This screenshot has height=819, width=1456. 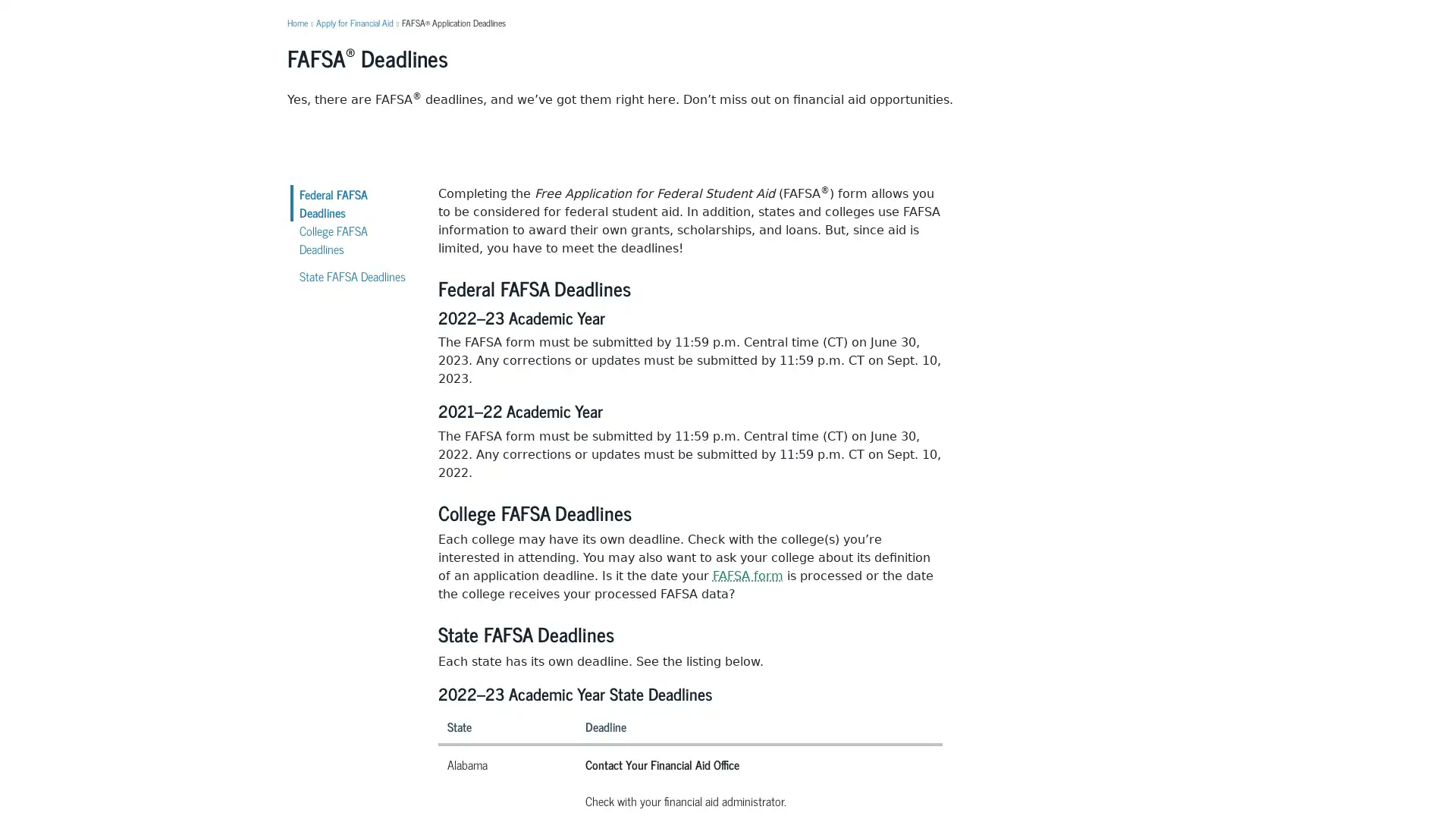 I want to click on Espanol, so click(x=1153, y=11).